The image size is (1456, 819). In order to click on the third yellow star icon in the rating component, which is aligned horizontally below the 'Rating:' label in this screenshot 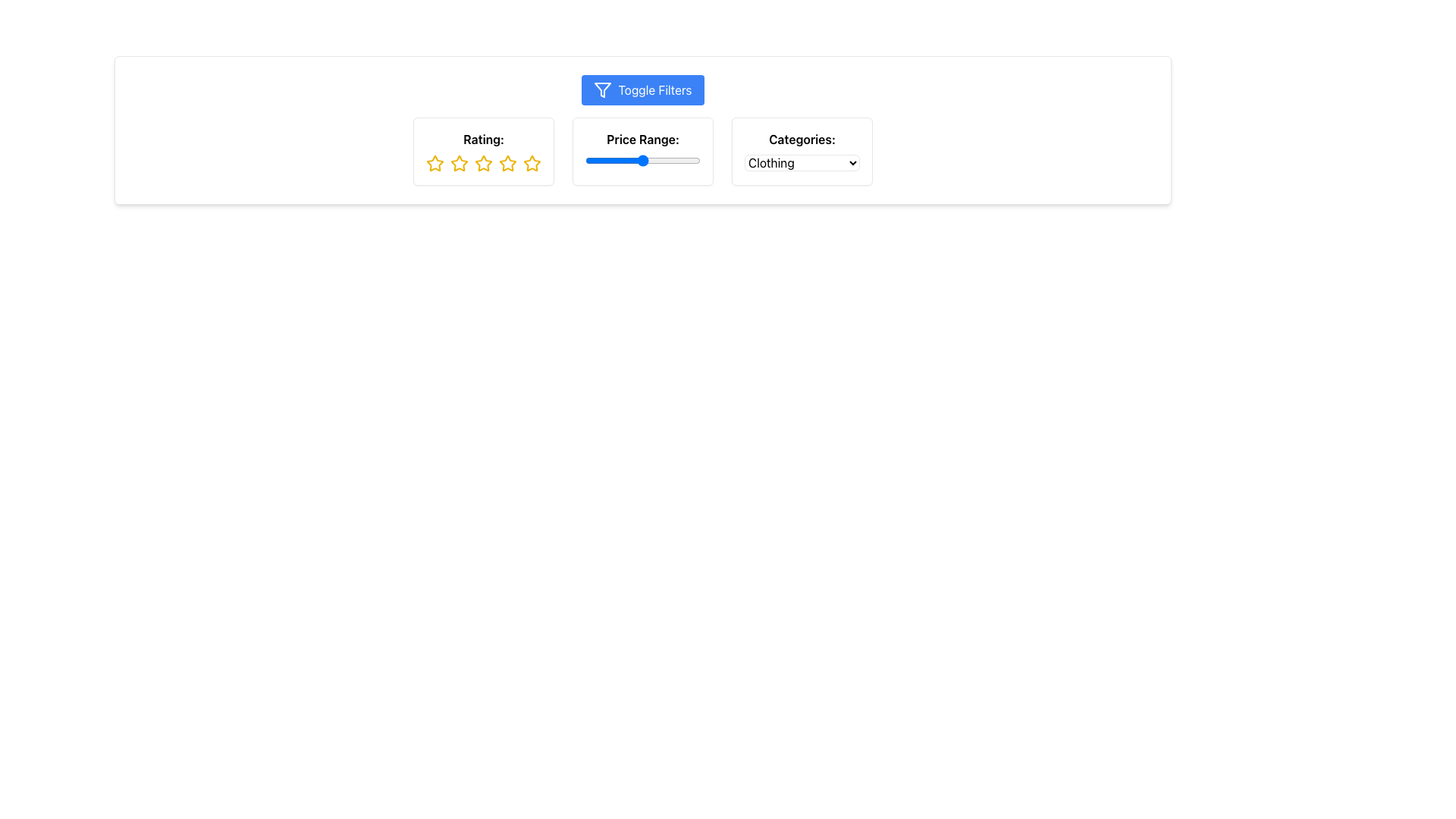, I will do `click(483, 164)`.